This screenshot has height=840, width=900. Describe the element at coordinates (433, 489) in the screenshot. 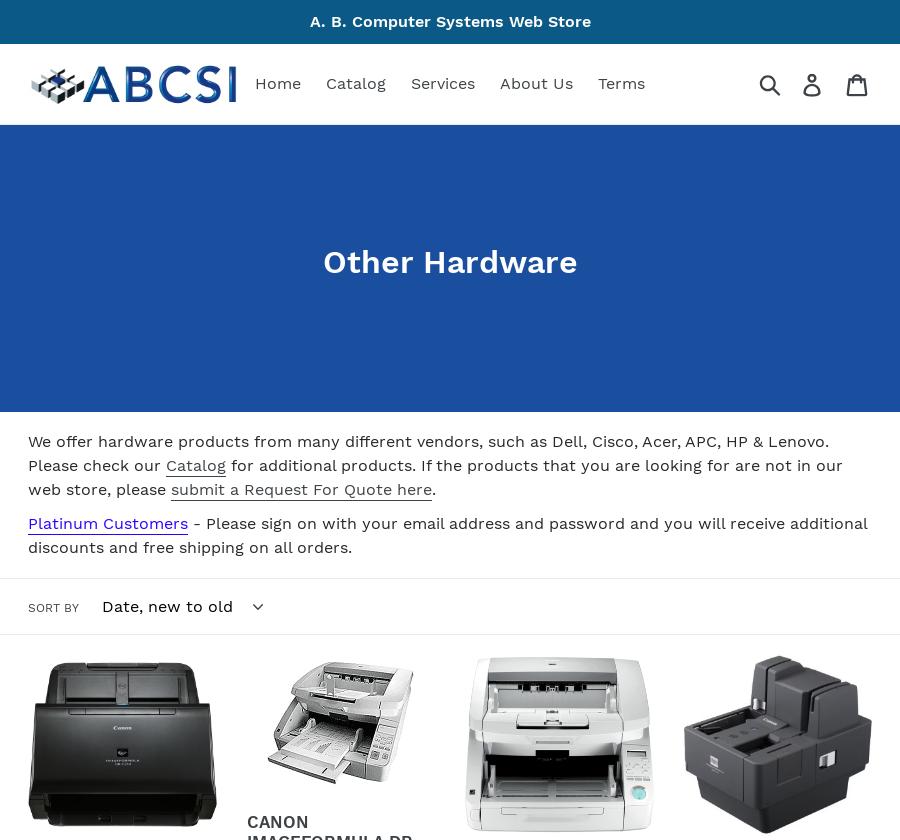

I see `'.'` at that location.